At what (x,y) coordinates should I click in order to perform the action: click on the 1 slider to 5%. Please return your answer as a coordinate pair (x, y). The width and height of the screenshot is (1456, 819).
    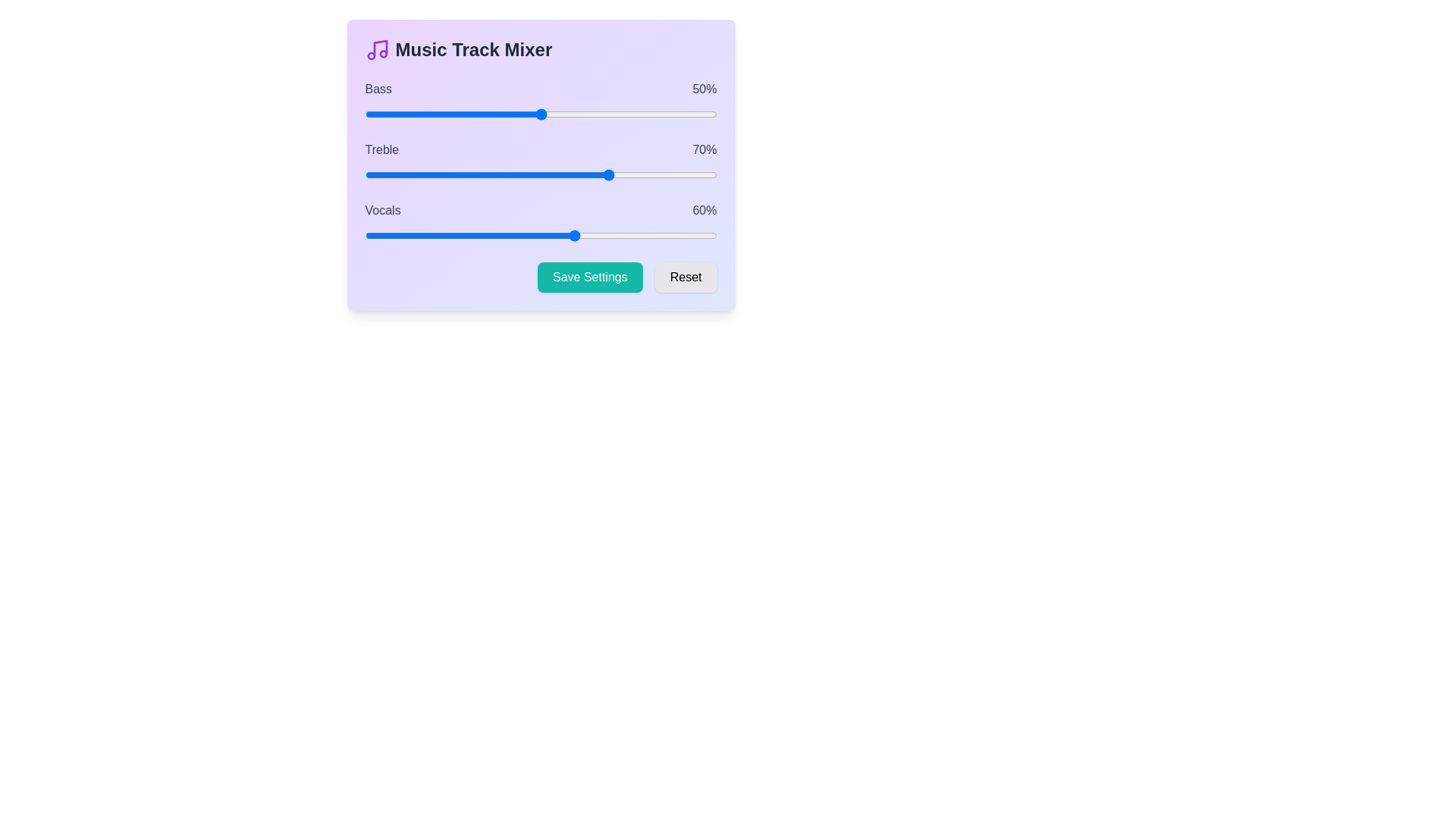
    Looking at the image, I should click on (382, 174).